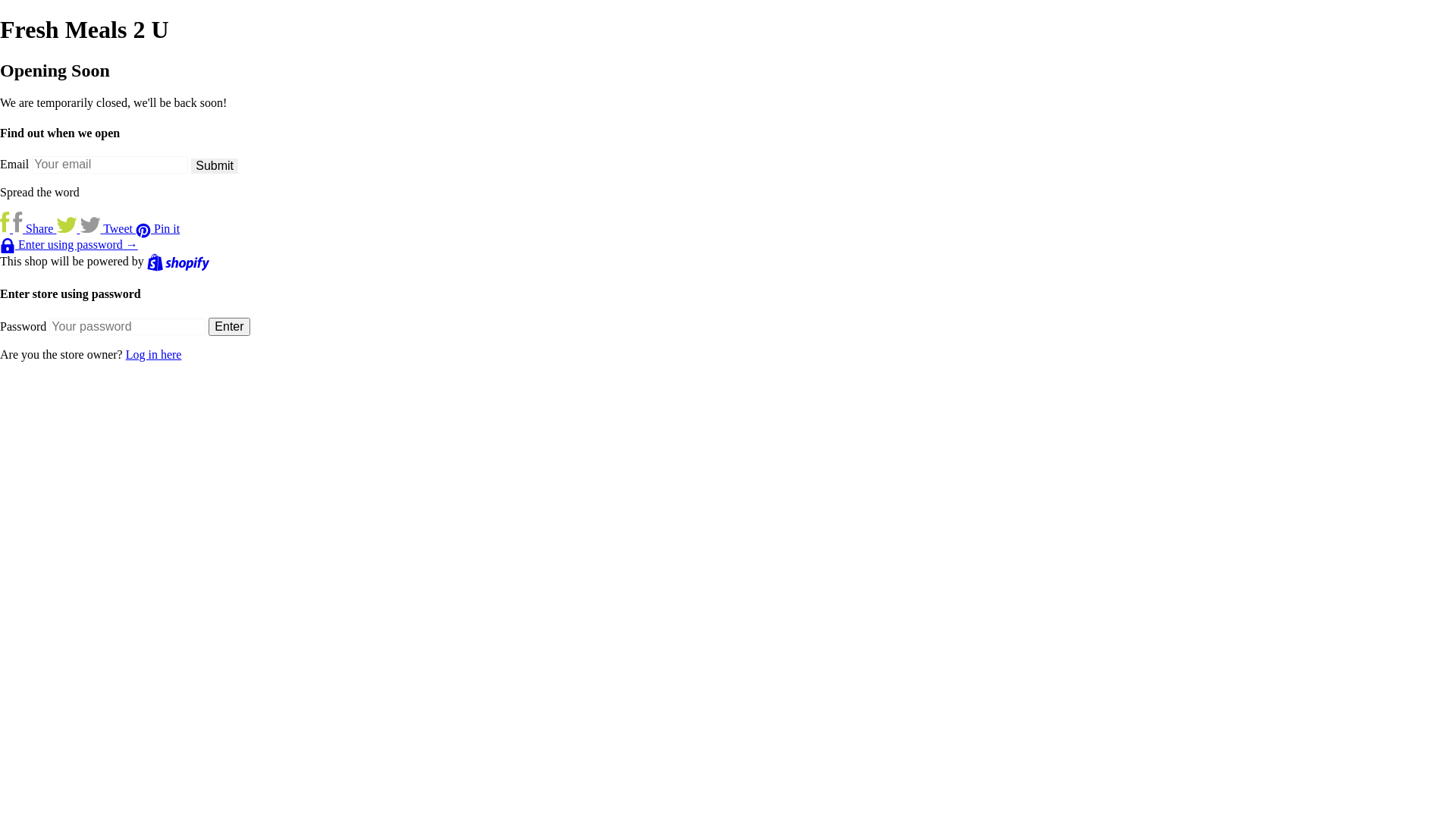 This screenshot has height=819, width=1456. What do you see at coordinates (178, 260) in the screenshot?
I see `'Shopify'` at bounding box center [178, 260].